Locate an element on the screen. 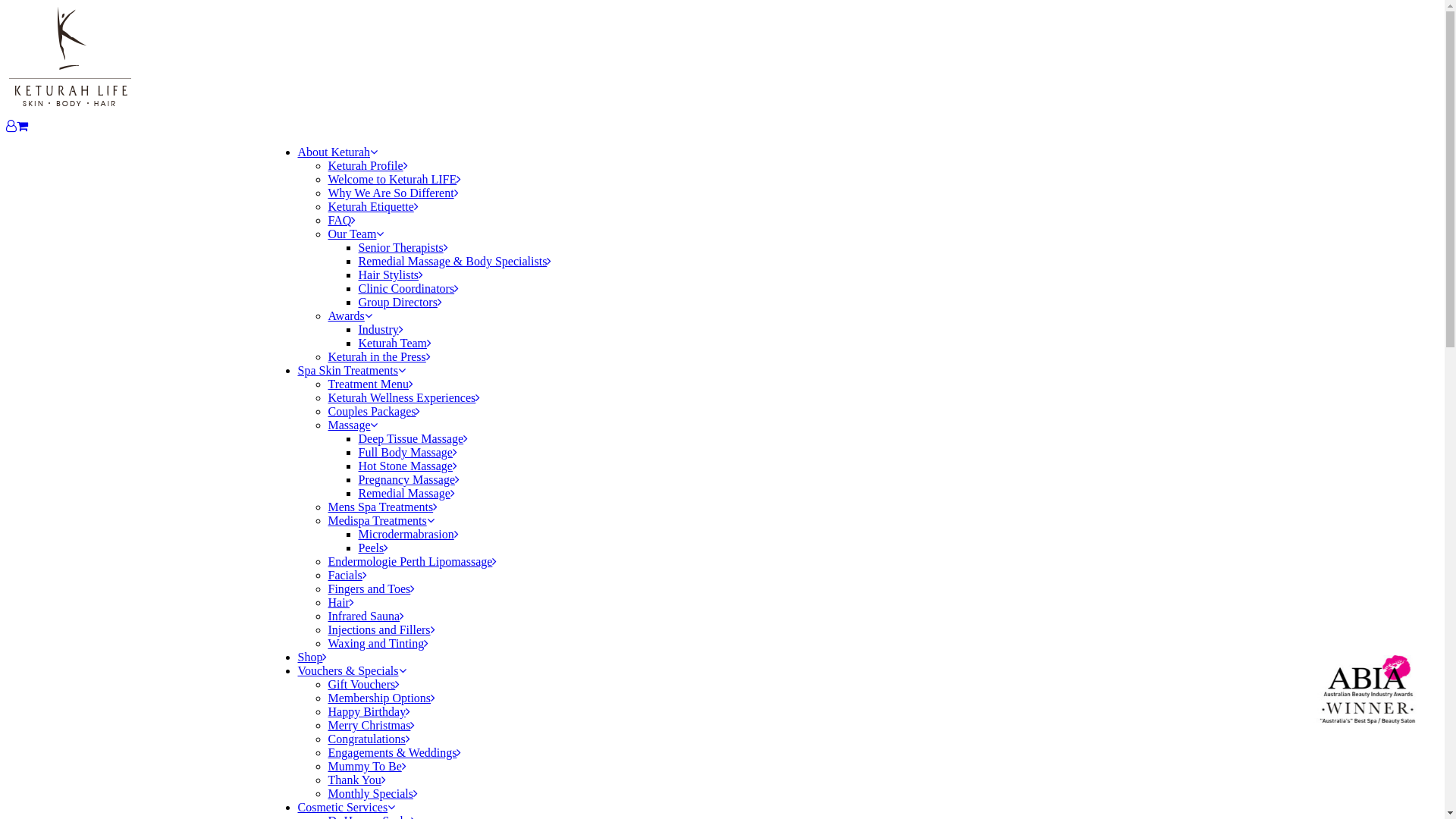  'Infrared Sauna' is located at coordinates (366, 616).